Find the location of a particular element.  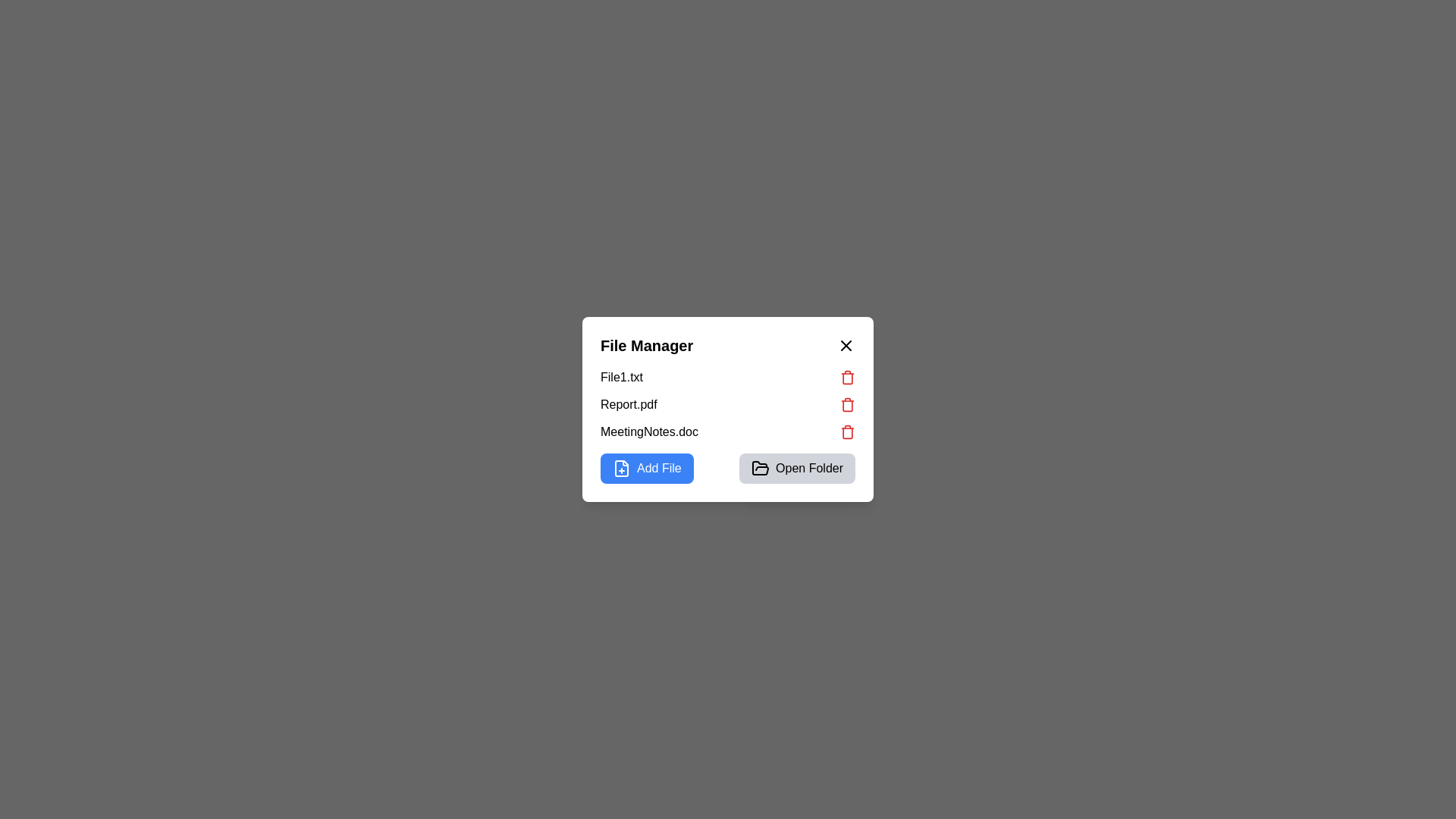

the text label displaying 'File1.txt', which is the first item in the list under the 'File Manager' header is located at coordinates (622, 376).